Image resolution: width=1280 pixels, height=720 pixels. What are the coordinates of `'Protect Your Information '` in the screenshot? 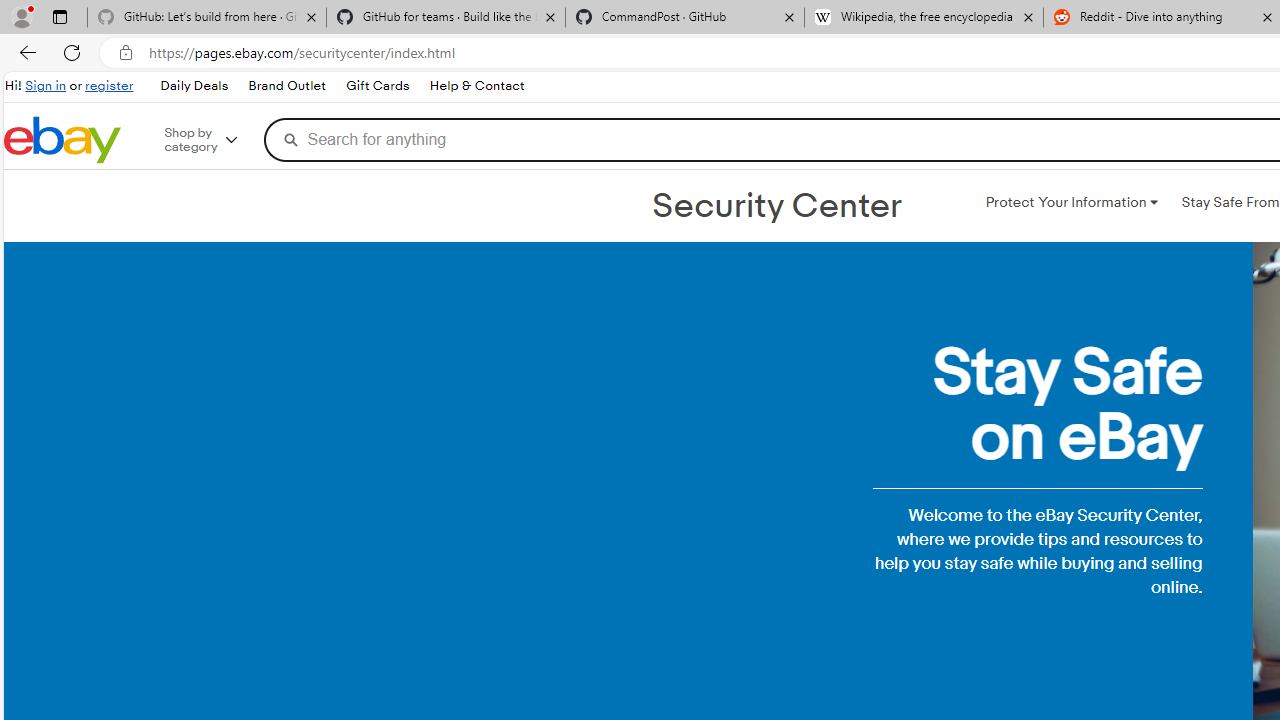 It's located at (1070, 203).